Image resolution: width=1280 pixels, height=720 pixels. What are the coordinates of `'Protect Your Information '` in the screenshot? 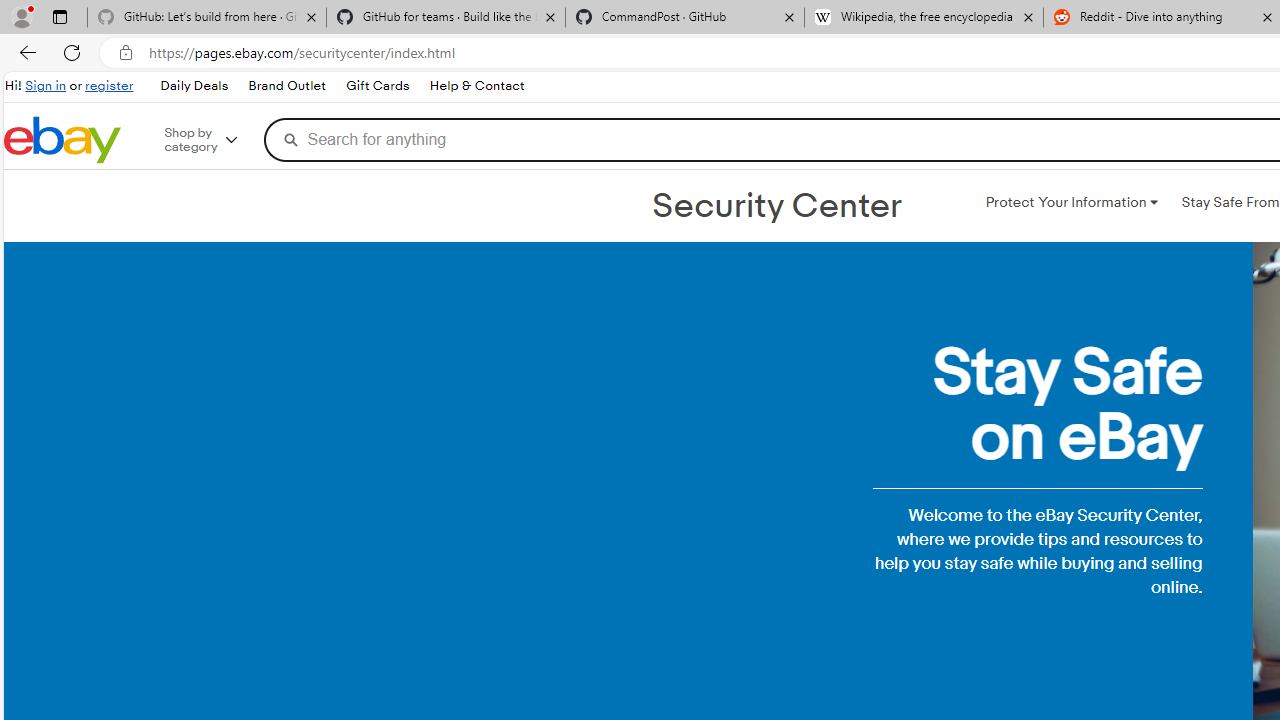 It's located at (1070, 203).